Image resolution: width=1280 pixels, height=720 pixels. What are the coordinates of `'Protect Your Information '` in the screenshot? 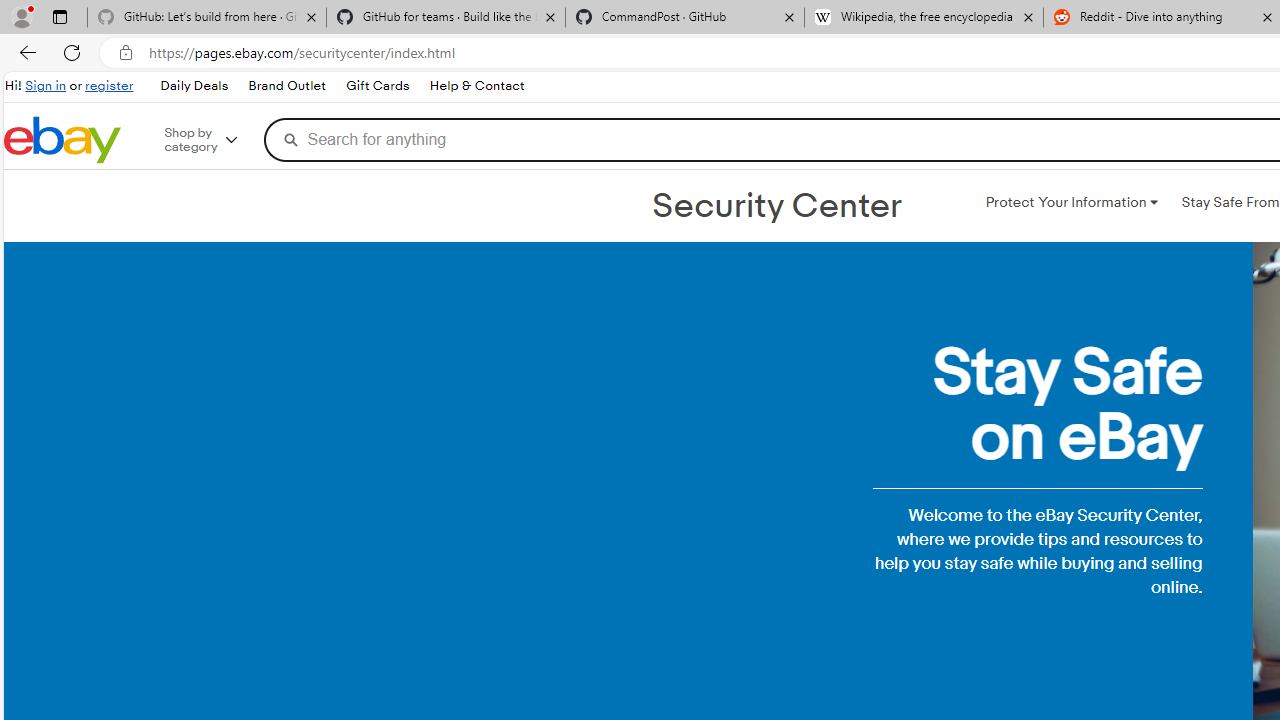 It's located at (1070, 203).